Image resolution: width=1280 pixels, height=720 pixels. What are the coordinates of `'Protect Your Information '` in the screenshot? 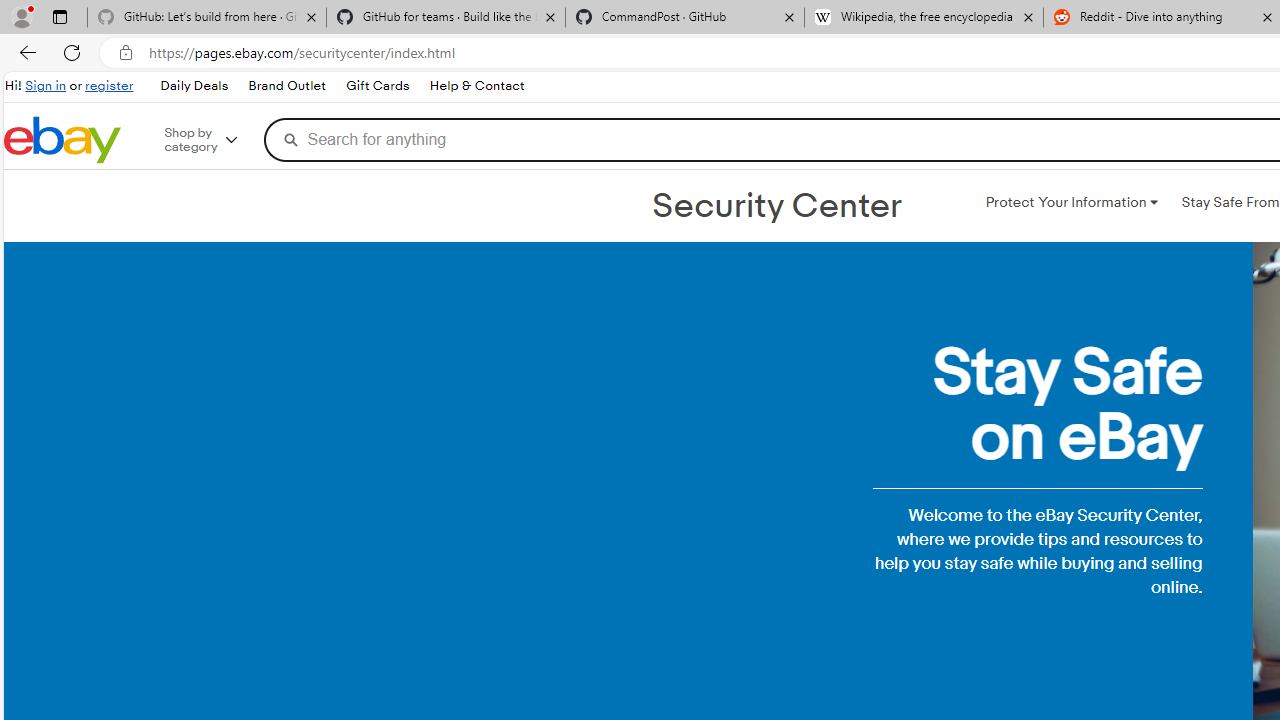 It's located at (1070, 203).